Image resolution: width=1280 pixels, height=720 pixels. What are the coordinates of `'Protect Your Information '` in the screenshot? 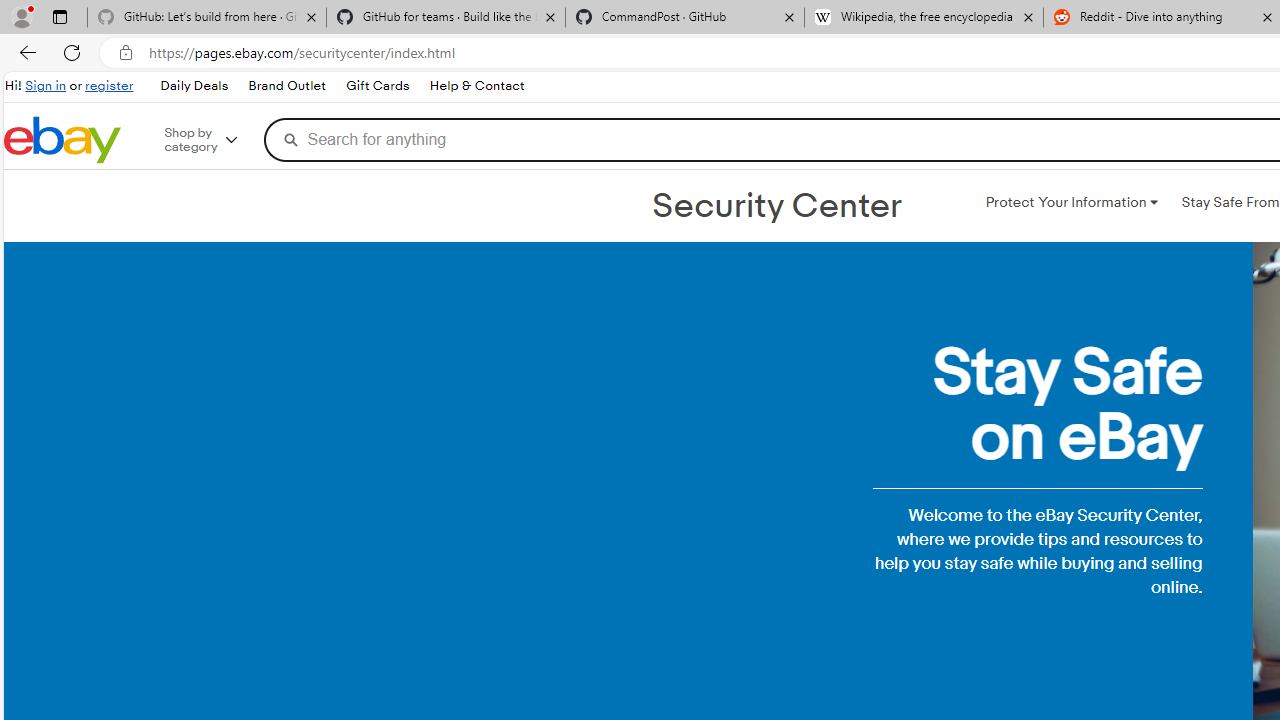 It's located at (1070, 203).